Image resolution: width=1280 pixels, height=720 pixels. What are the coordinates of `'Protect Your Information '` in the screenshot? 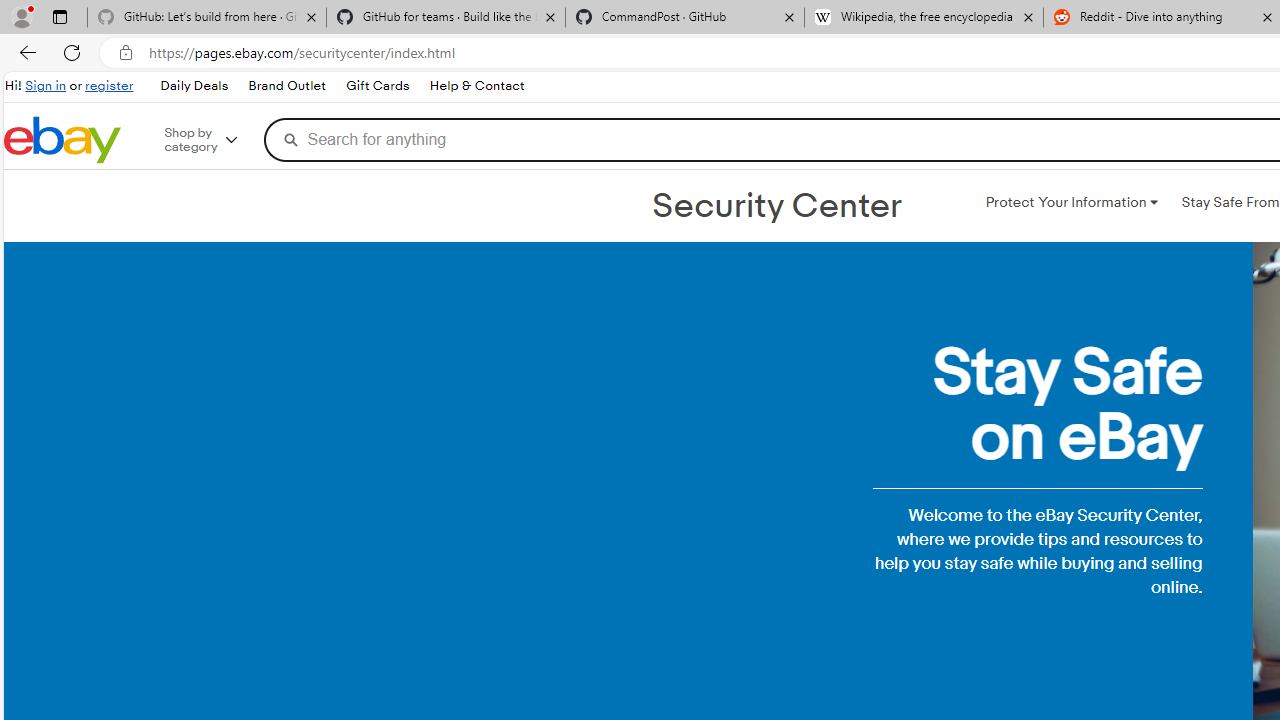 It's located at (1070, 203).